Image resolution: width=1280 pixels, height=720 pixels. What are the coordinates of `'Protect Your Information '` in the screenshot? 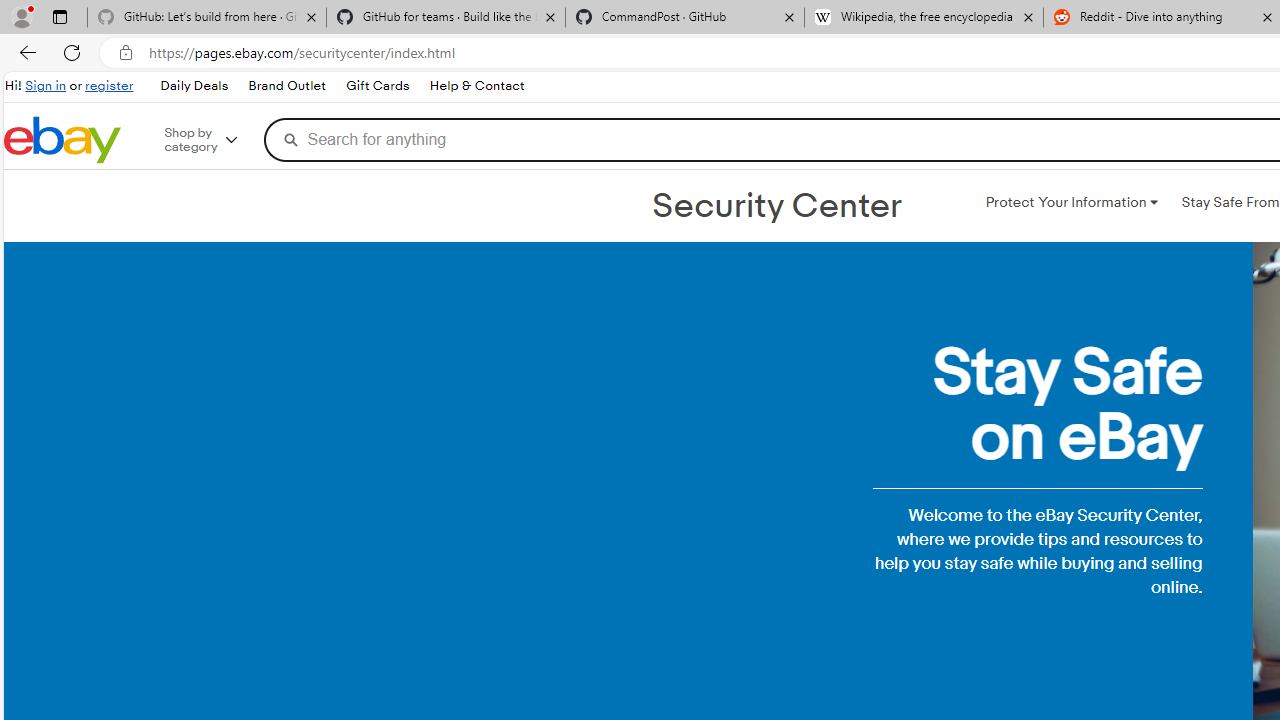 It's located at (1070, 203).